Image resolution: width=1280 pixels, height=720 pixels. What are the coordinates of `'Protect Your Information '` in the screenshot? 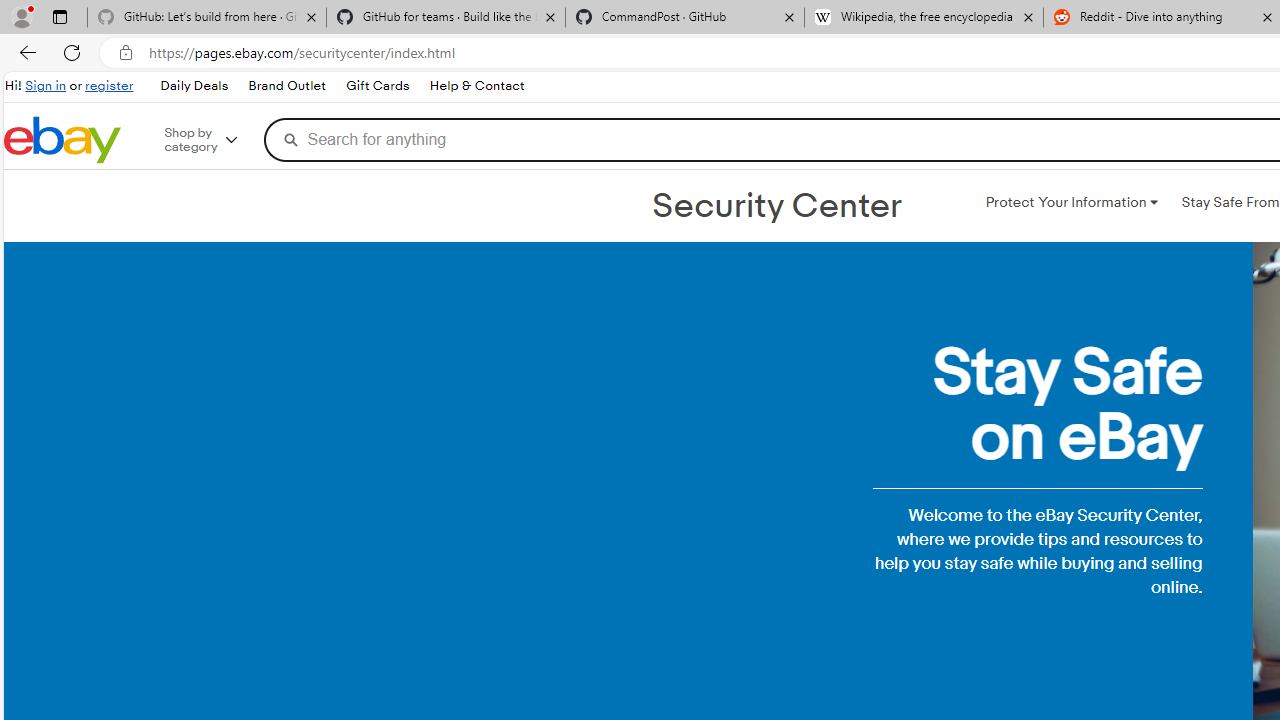 It's located at (1070, 203).